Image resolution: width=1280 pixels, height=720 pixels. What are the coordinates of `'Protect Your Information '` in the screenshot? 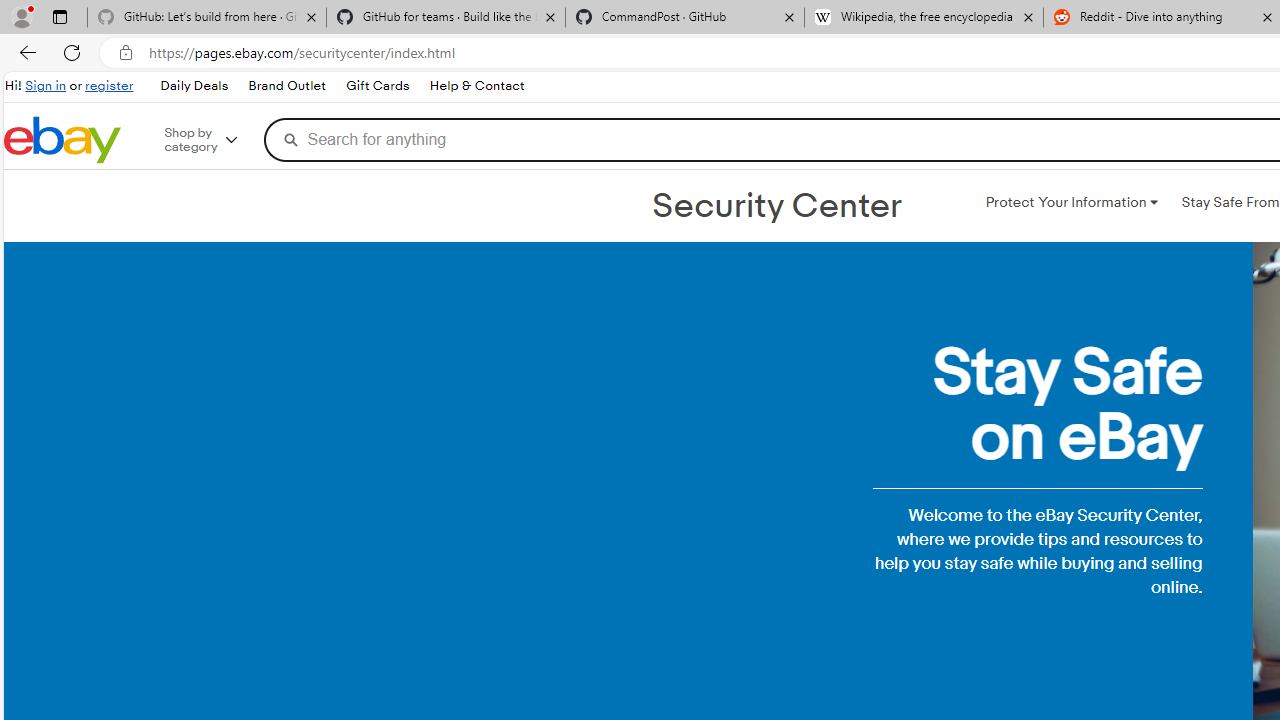 It's located at (1070, 203).